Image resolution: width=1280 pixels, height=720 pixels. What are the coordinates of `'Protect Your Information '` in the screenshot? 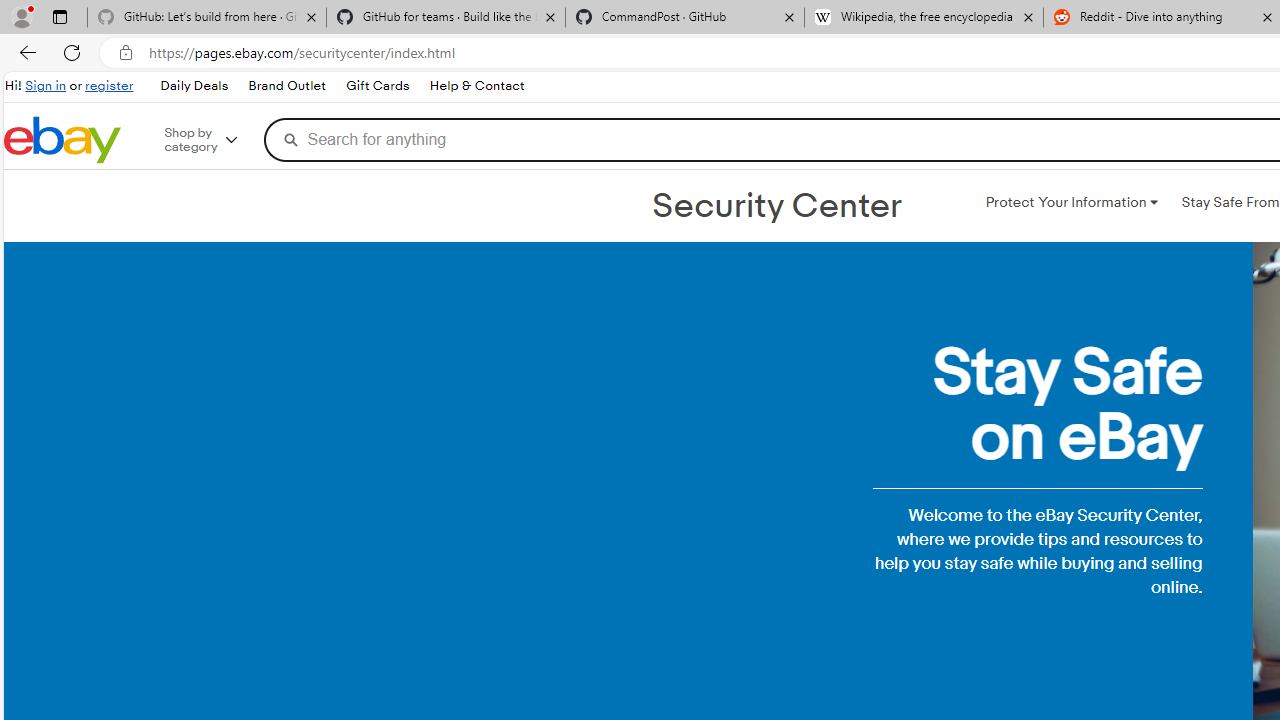 It's located at (1070, 203).